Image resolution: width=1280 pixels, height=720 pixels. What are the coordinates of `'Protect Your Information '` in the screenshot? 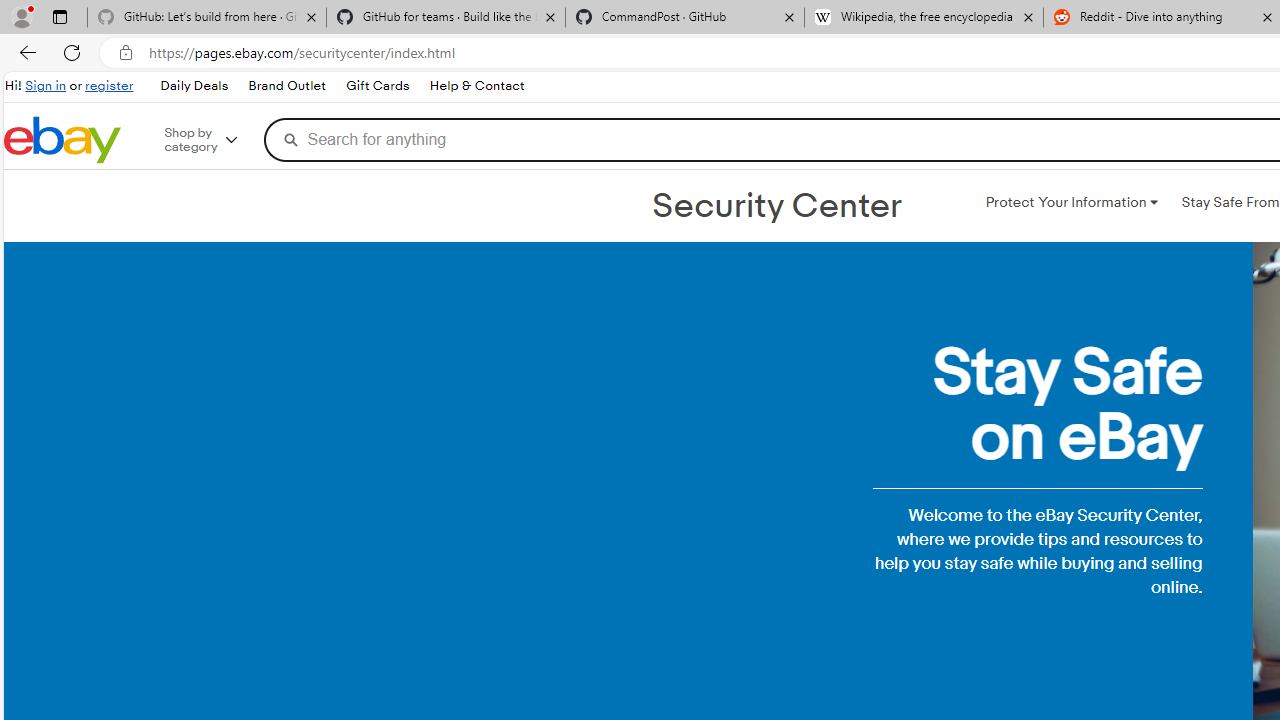 It's located at (1070, 203).